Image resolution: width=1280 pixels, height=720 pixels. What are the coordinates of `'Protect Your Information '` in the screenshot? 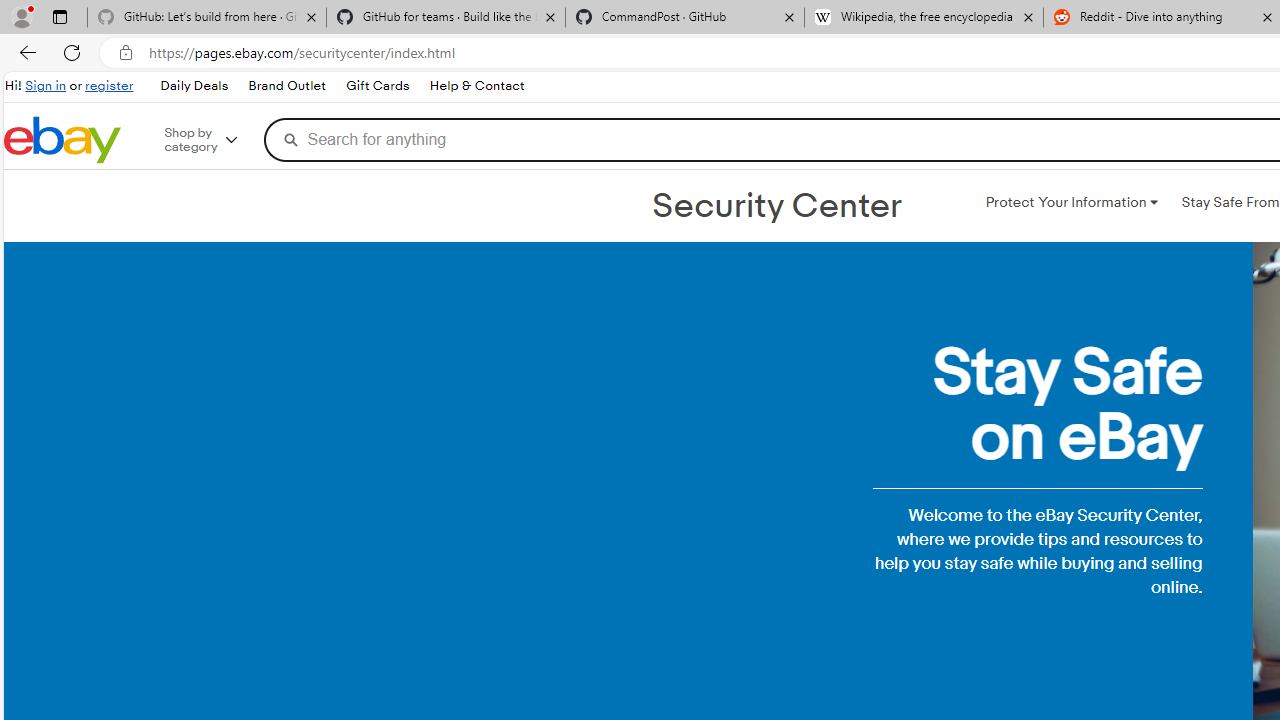 It's located at (1070, 203).